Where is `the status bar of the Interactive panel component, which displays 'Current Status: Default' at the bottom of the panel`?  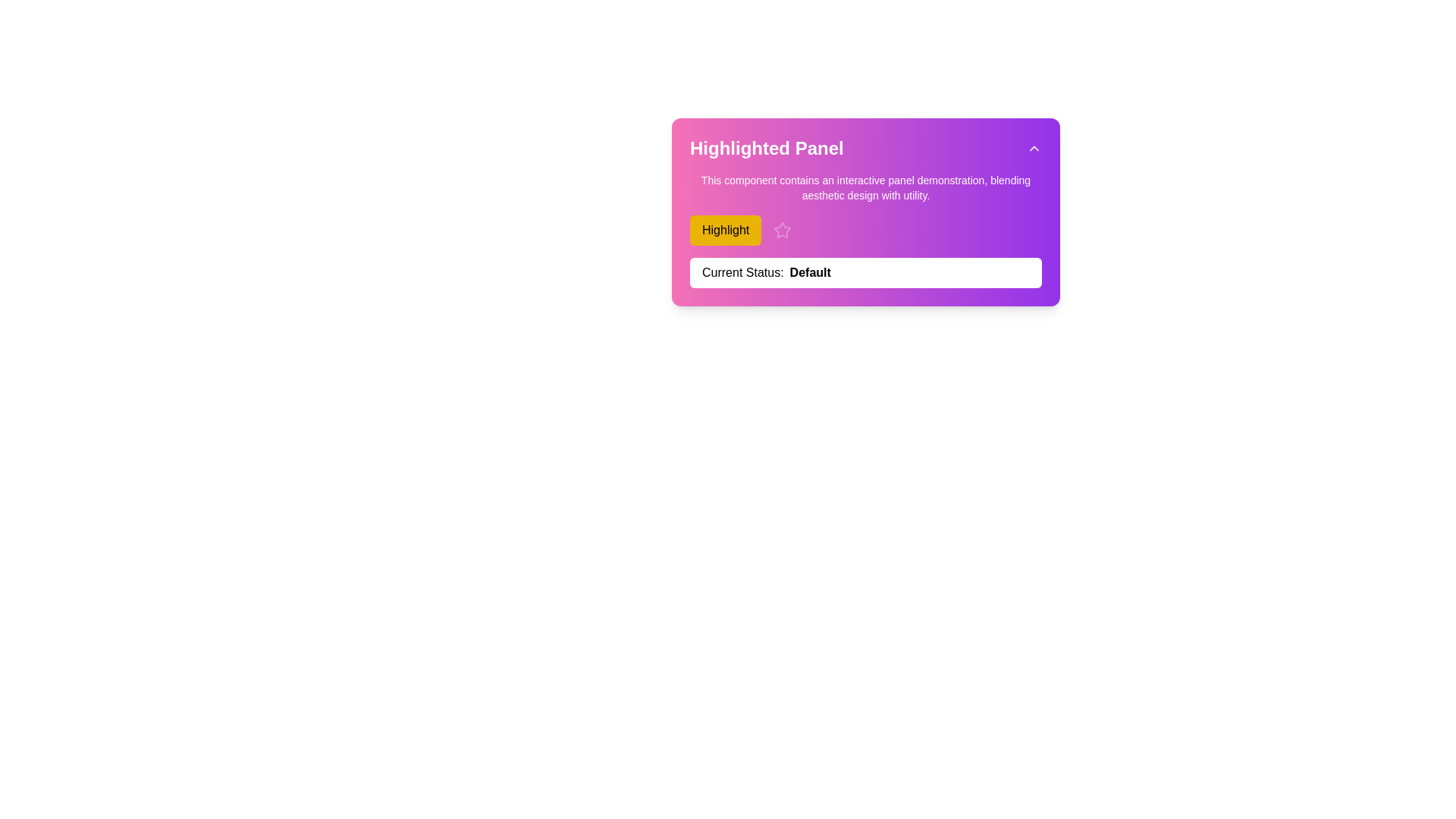
the status bar of the Interactive panel component, which displays 'Current Status: Default' at the bottom of the panel is located at coordinates (866, 268).